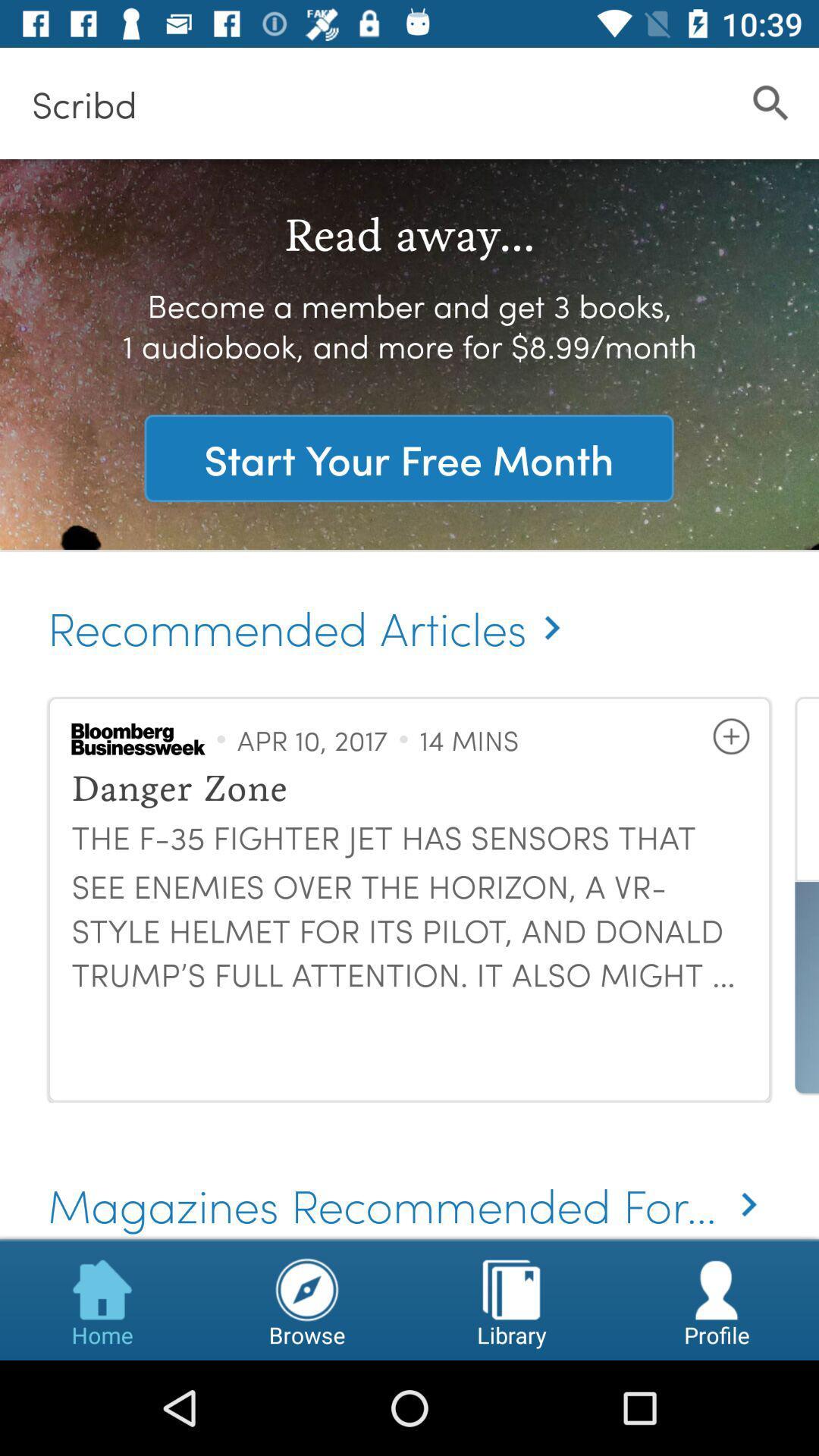  Describe the element at coordinates (730, 736) in the screenshot. I see `the item to the right of the 14 mins icon` at that location.